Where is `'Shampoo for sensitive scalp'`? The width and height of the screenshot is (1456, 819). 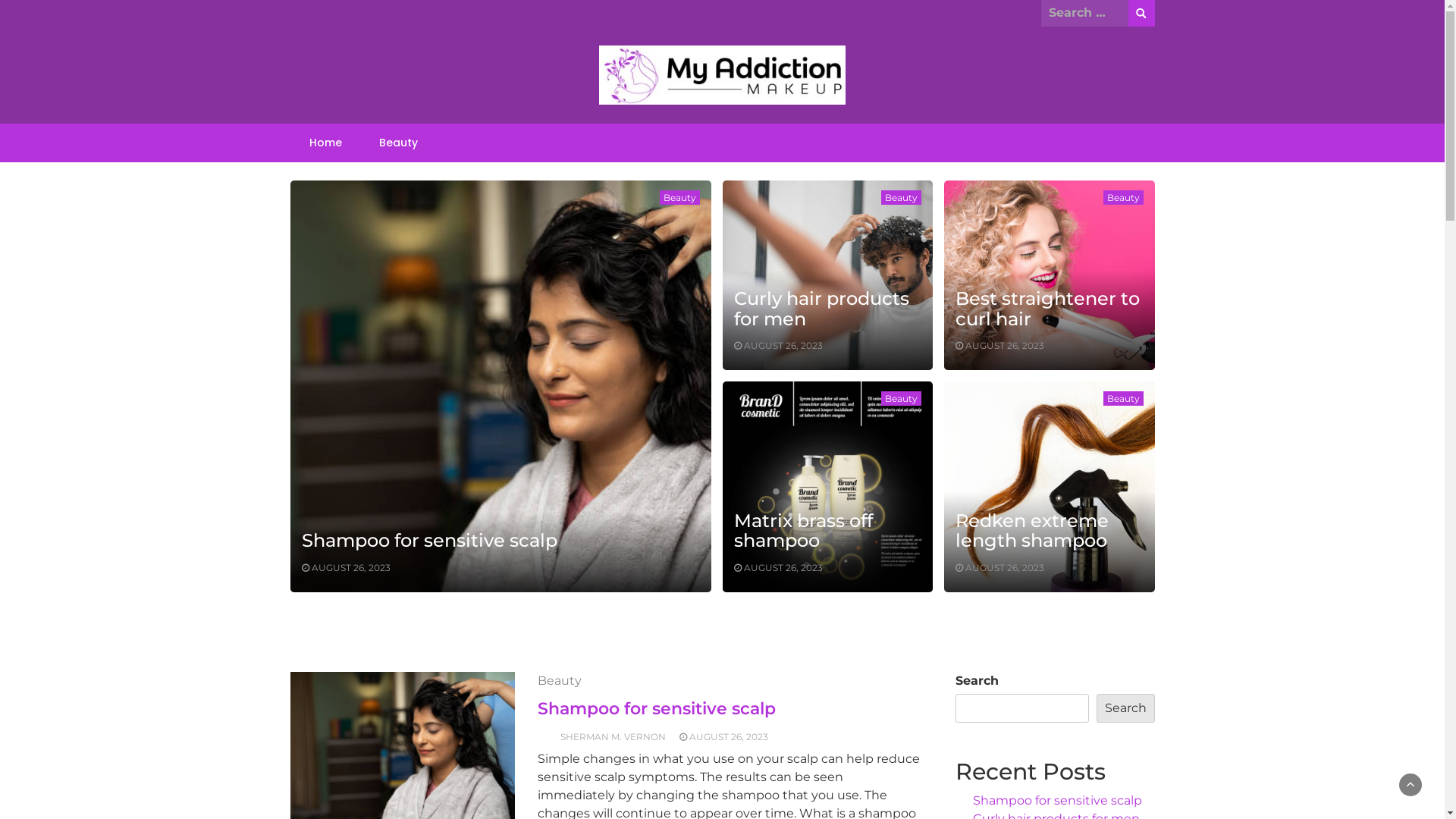 'Shampoo for sensitive scalp' is located at coordinates (428, 539).